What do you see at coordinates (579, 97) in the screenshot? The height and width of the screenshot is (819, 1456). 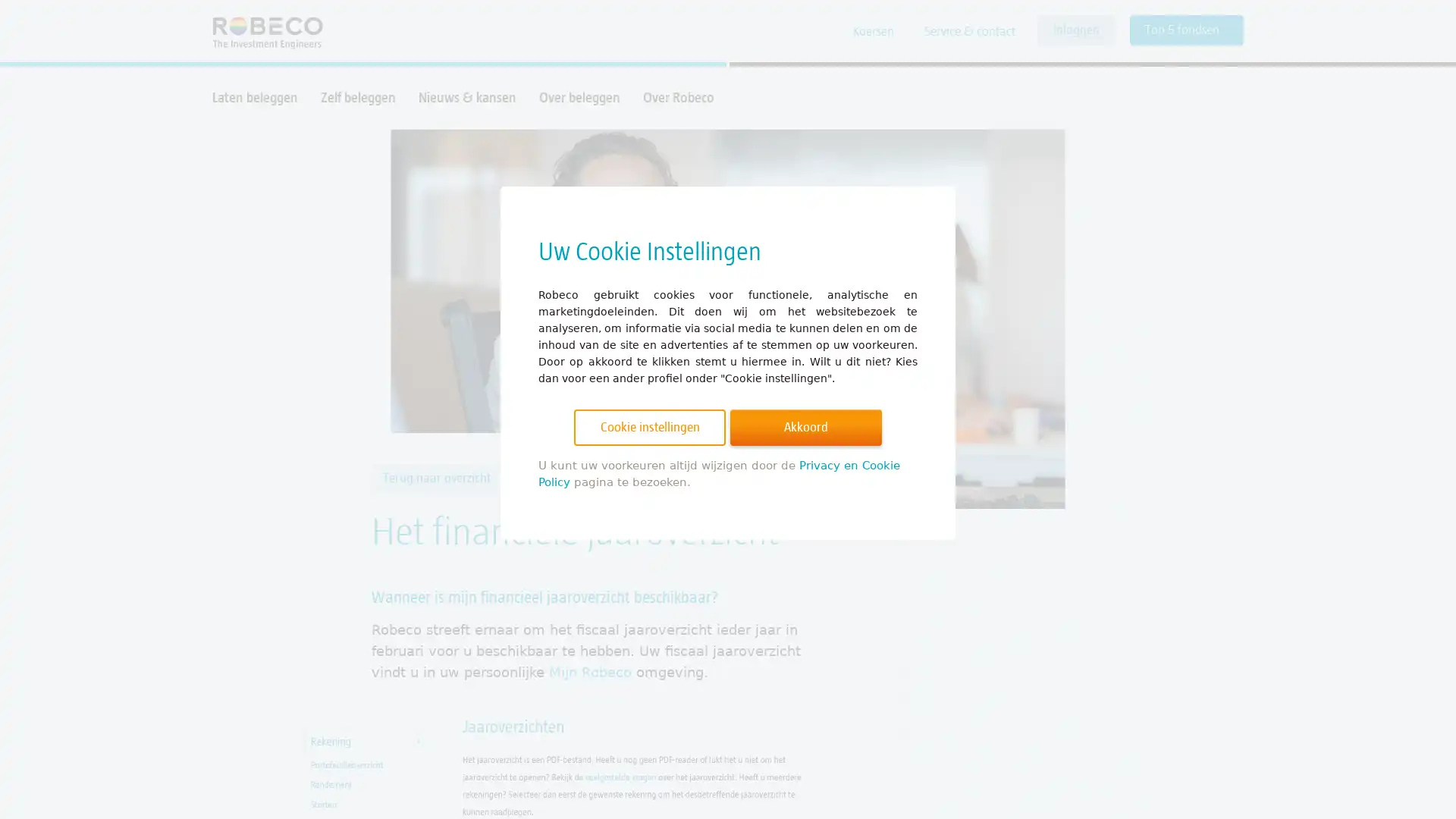 I see `Over beleggen` at bounding box center [579, 97].